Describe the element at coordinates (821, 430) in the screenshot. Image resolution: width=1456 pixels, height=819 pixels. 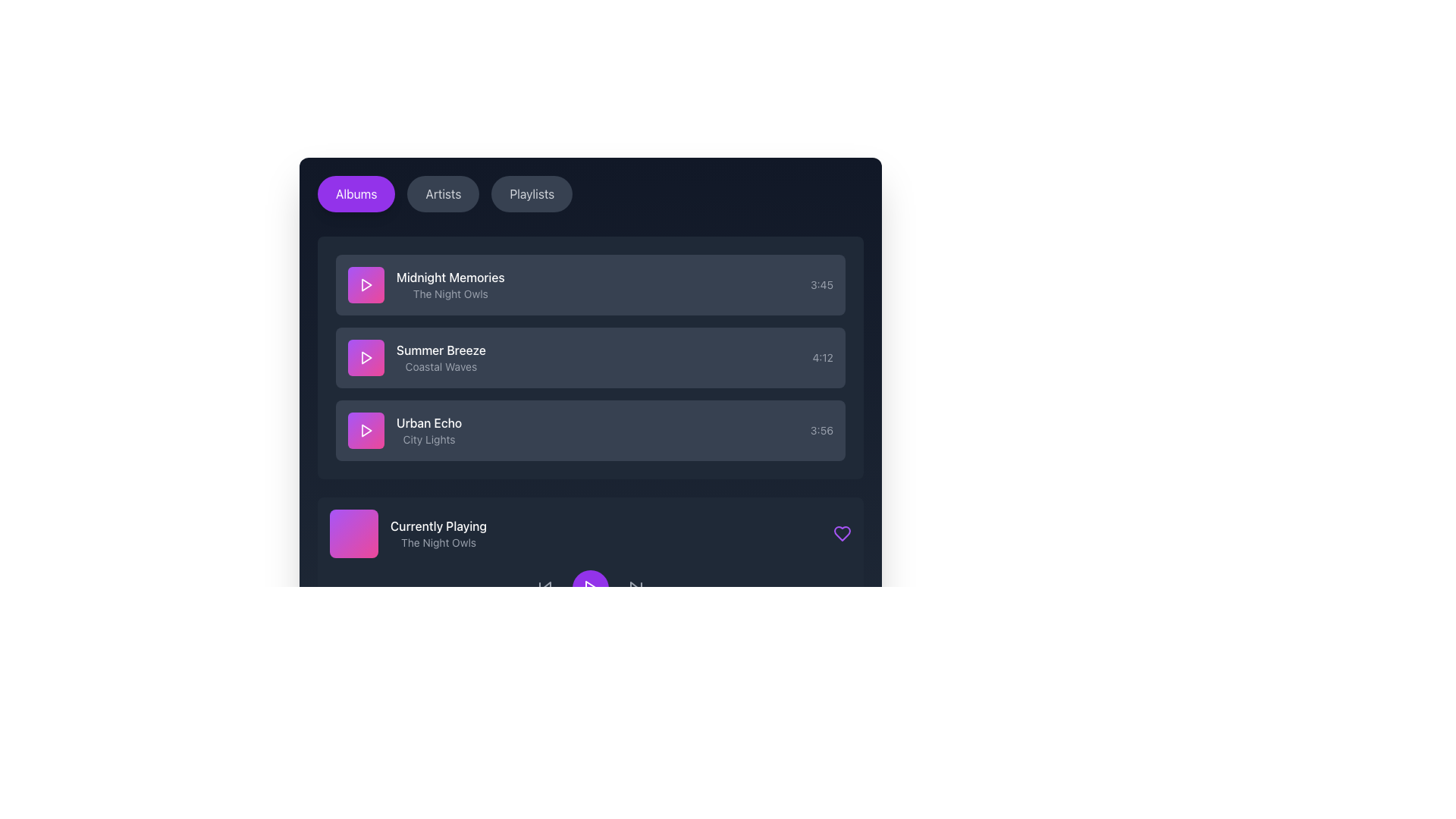
I see `the static text label displaying '3:56', which is styled in a small gray font and positioned below 'Urban Echo' and 'City Lights'` at that location.